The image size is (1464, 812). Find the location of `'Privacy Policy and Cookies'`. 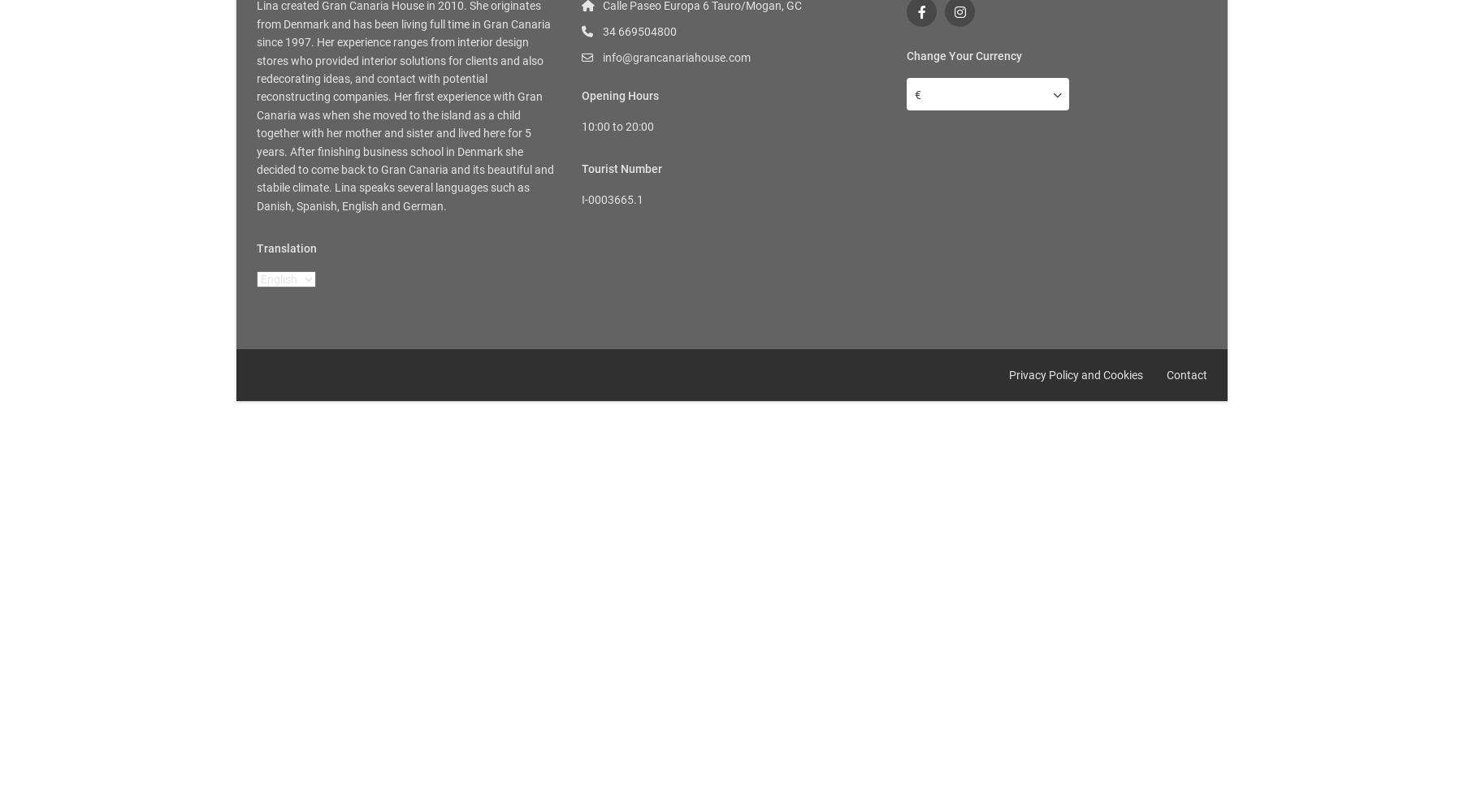

'Privacy Policy and Cookies' is located at coordinates (1075, 374).